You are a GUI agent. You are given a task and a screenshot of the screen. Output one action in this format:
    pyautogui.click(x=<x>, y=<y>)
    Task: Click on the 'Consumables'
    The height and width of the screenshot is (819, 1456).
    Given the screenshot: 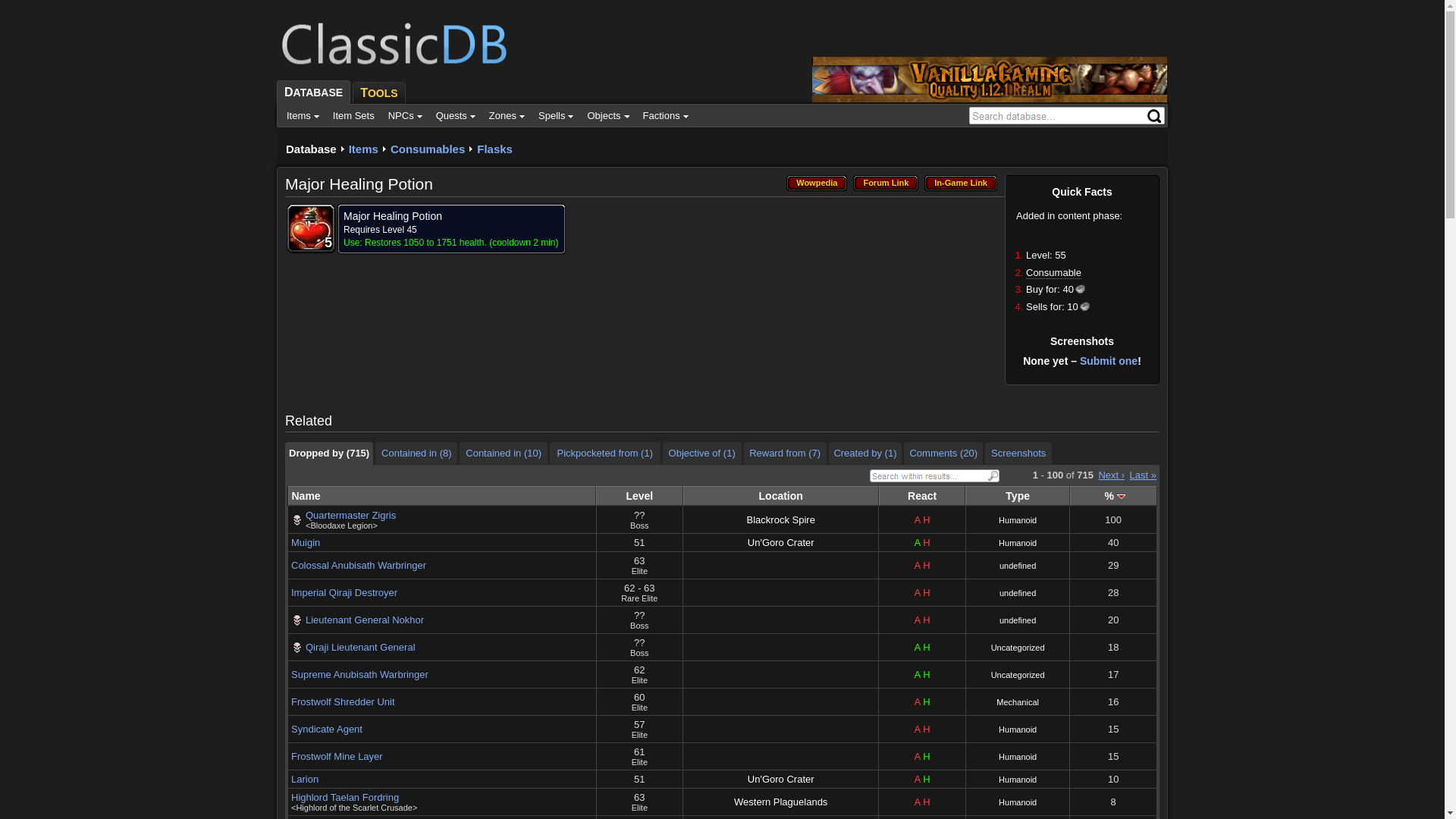 What is the action you would take?
    pyautogui.click(x=427, y=149)
    